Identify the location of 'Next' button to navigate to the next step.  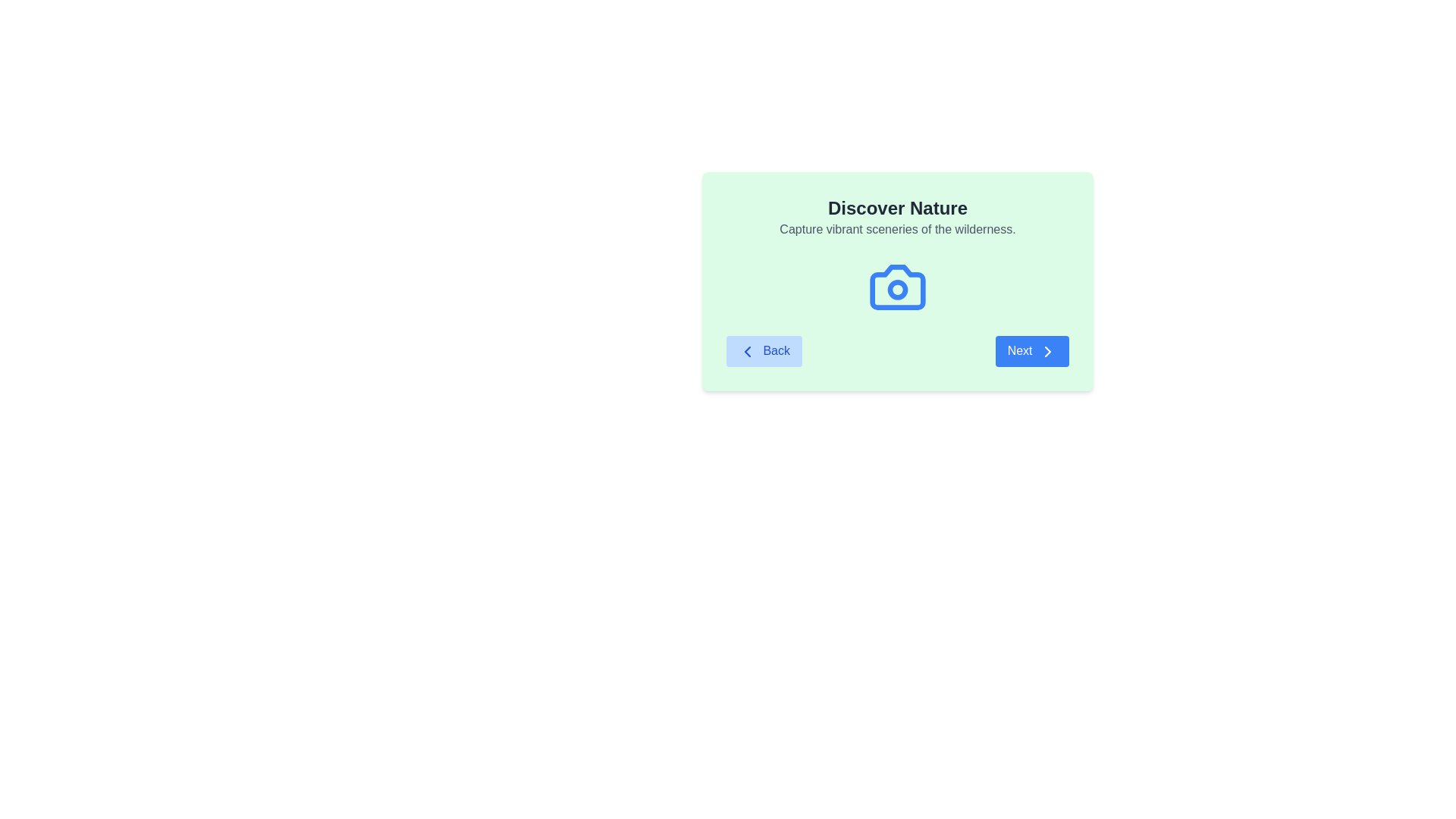
(1031, 350).